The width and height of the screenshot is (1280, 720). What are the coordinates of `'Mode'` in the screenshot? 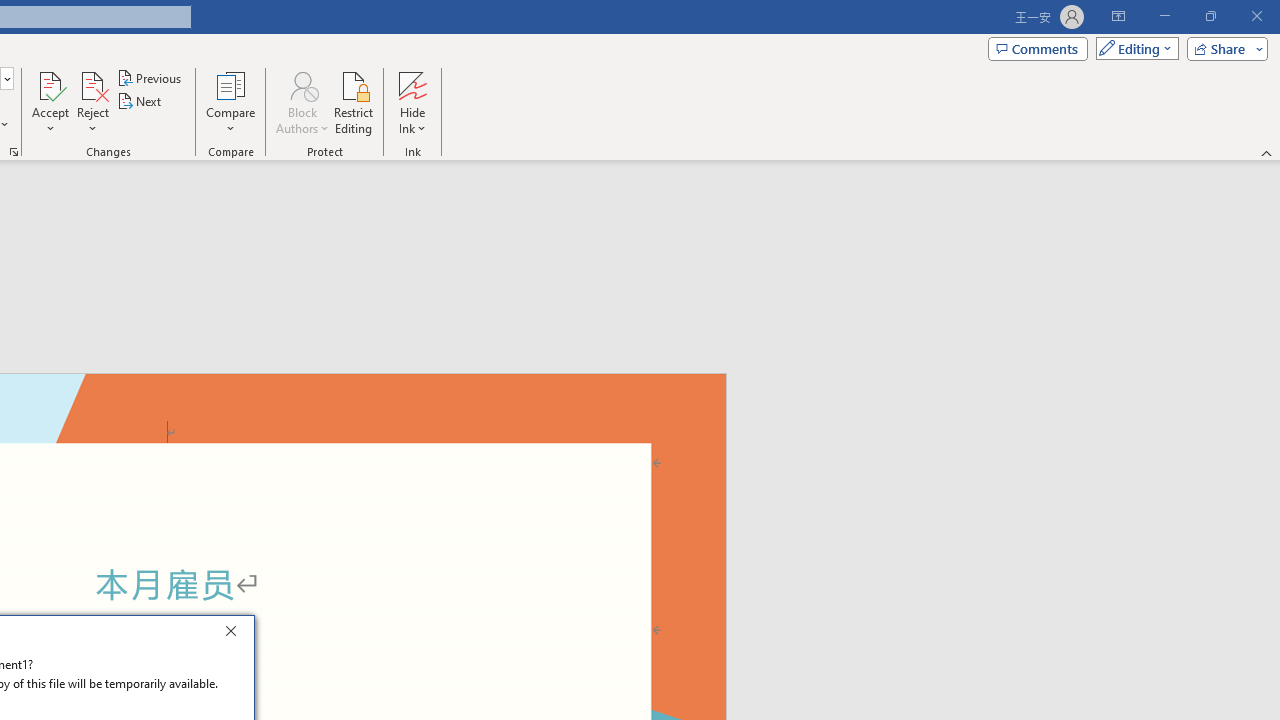 It's located at (1133, 47).